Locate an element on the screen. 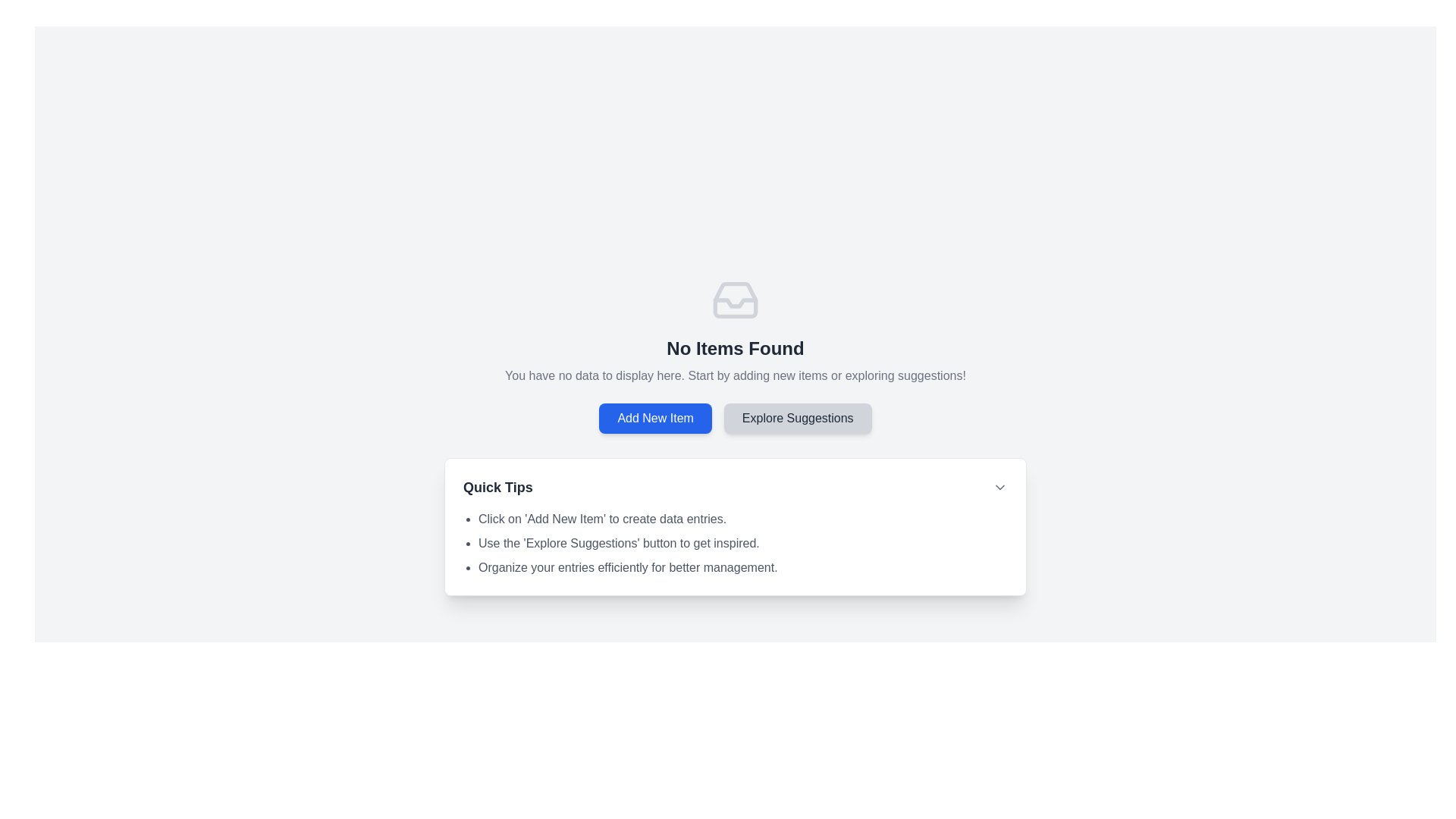 The height and width of the screenshot is (819, 1456). the downward-facing chevron icon button in the 'Quick Tips' section is located at coordinates (1000, 488).